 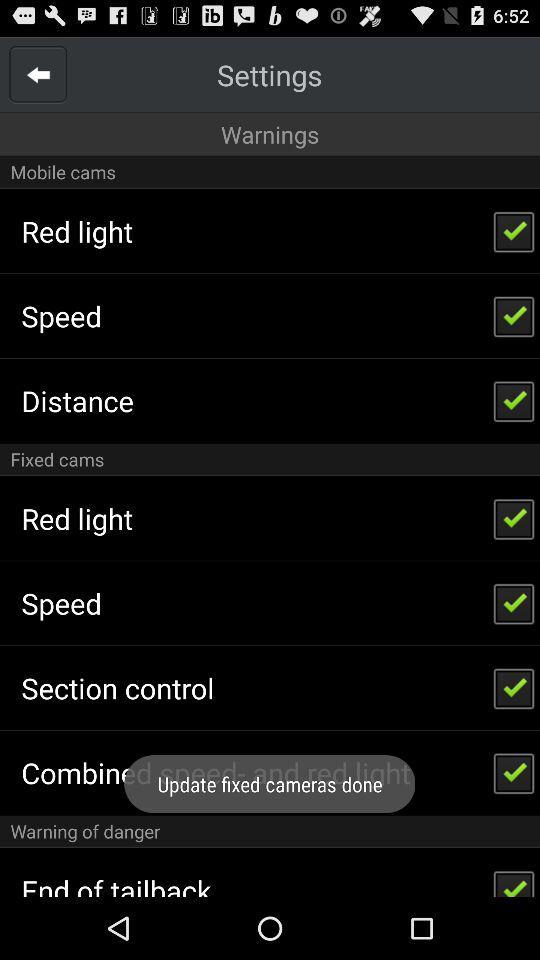 I want to click on the check box which is beside section control, so click(x=514, y=688).